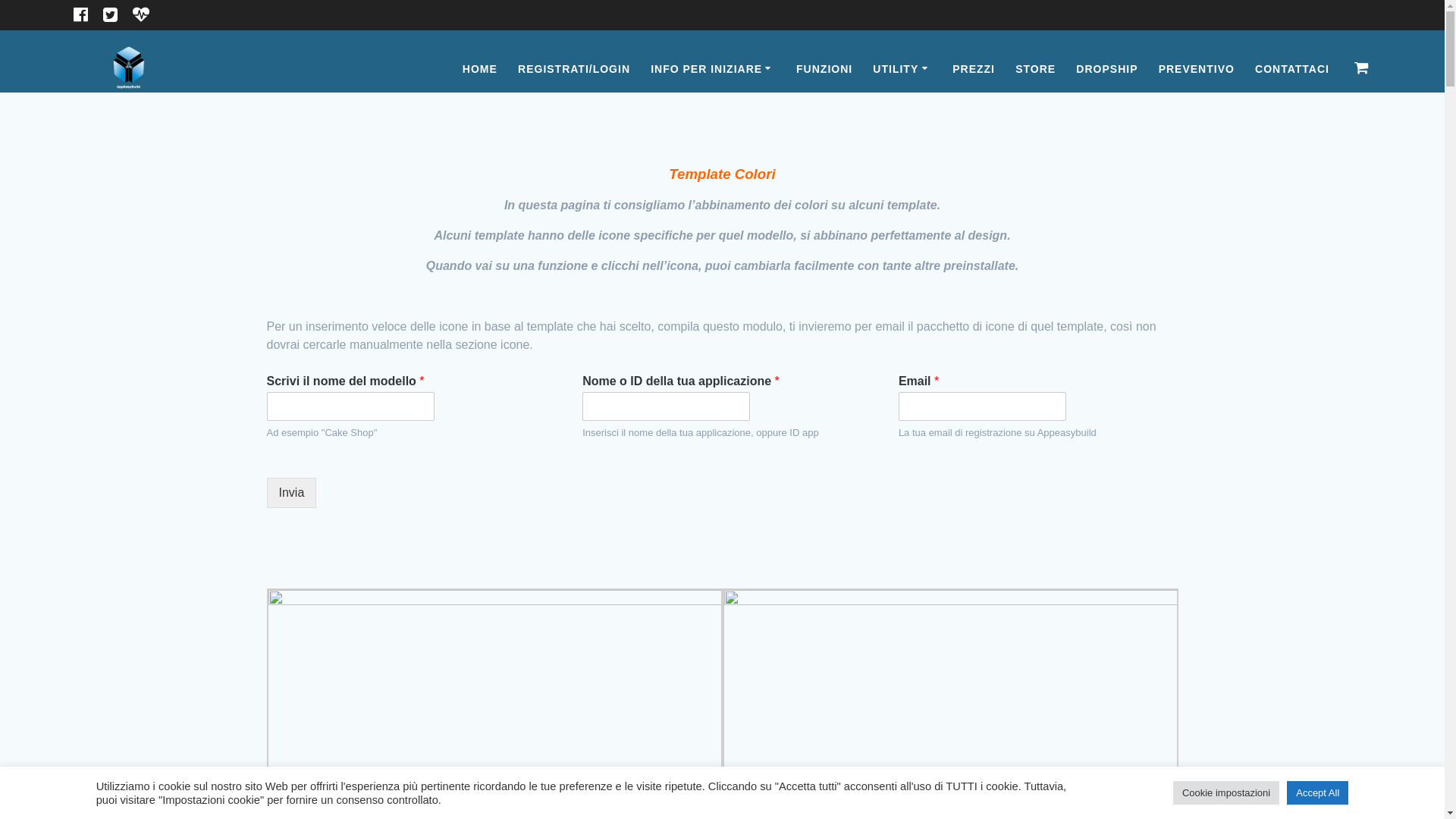 Image resolution: width=1456 pixels, height=819 pixels. Describe the element at coordinates (823, 69) in the screenshot. I see `'FUNZIONI'` at that location.